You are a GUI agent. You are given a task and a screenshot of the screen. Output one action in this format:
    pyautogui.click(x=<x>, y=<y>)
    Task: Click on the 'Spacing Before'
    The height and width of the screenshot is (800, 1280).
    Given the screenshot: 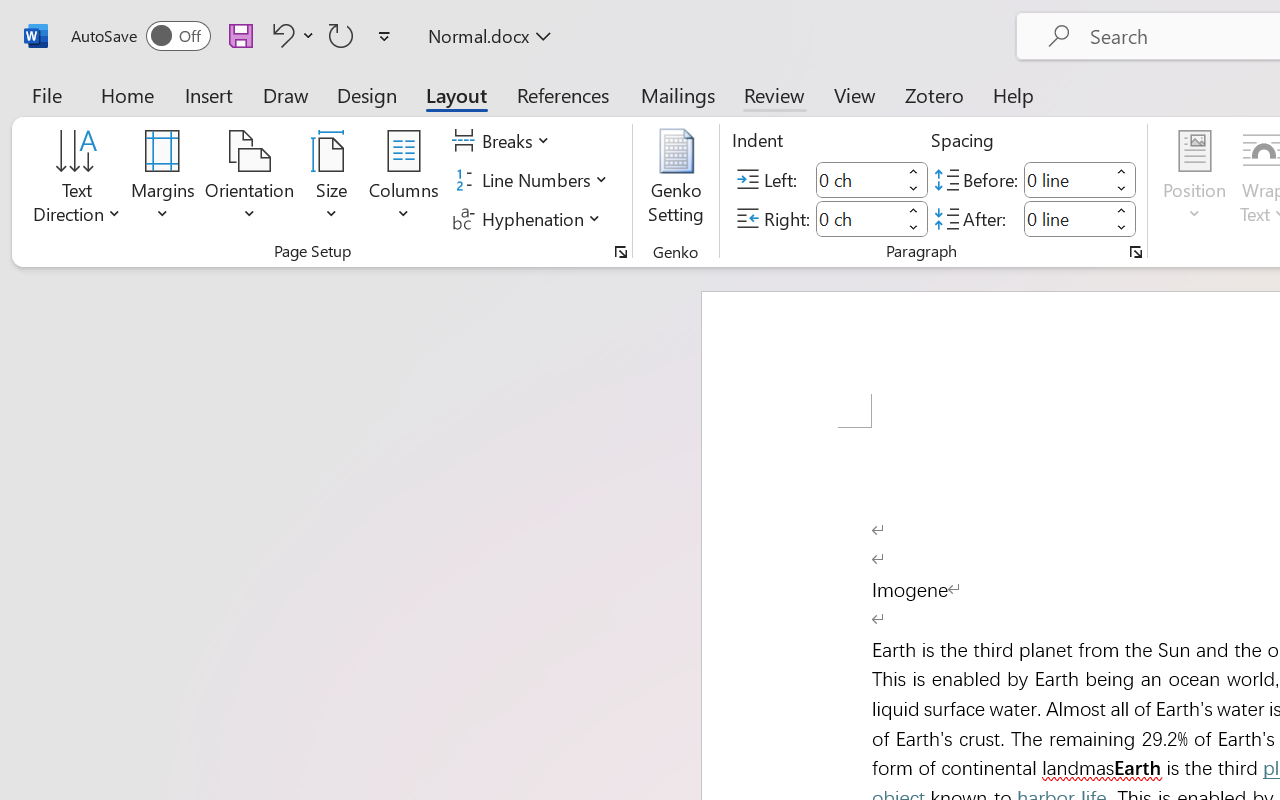 What is the action you would take?
    pyautogui.click(x=1065, y=178)
    